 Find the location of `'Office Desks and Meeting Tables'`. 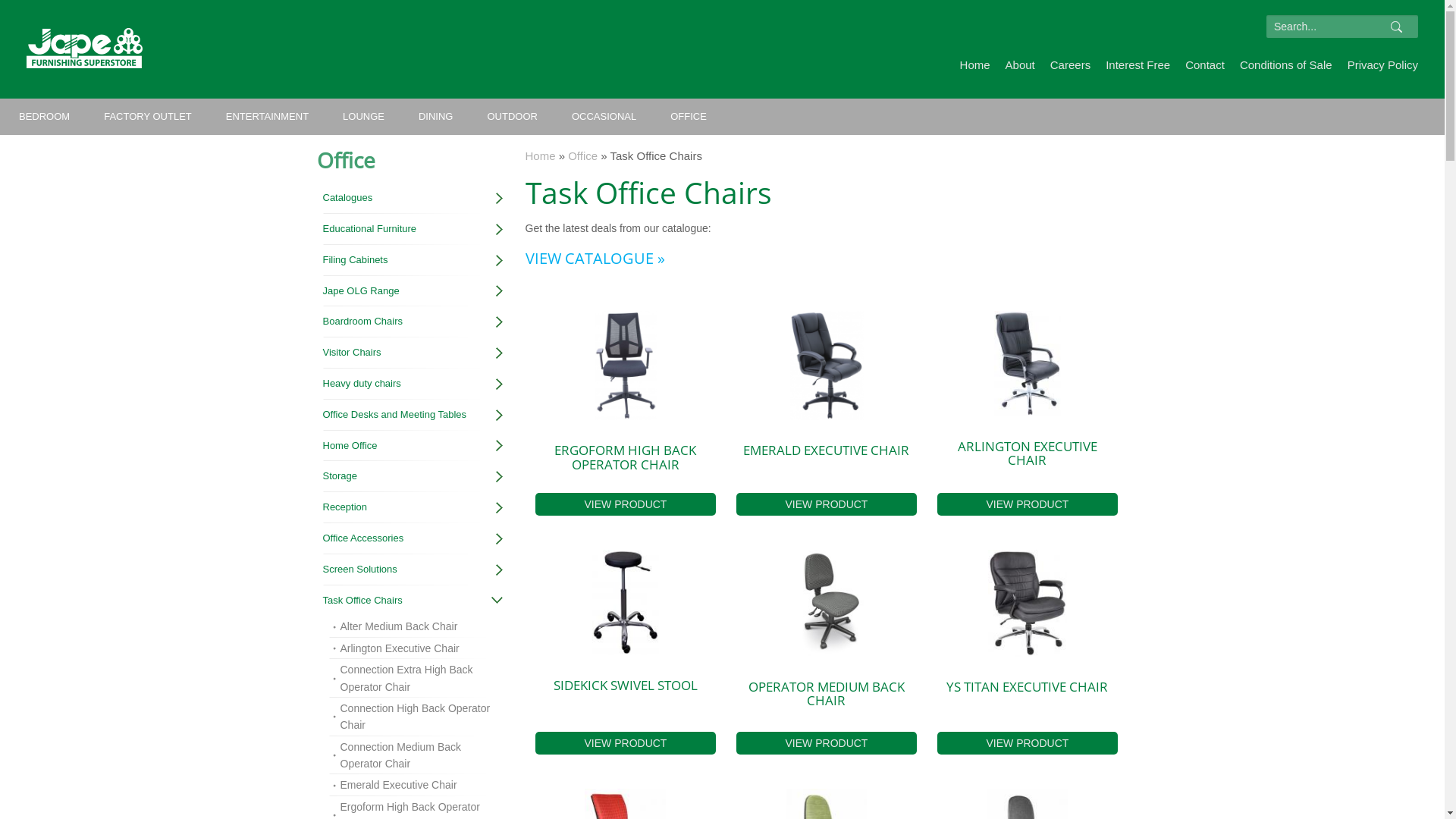

'Office Desks and Meeting Tables' is located at coordinates (413, 415).